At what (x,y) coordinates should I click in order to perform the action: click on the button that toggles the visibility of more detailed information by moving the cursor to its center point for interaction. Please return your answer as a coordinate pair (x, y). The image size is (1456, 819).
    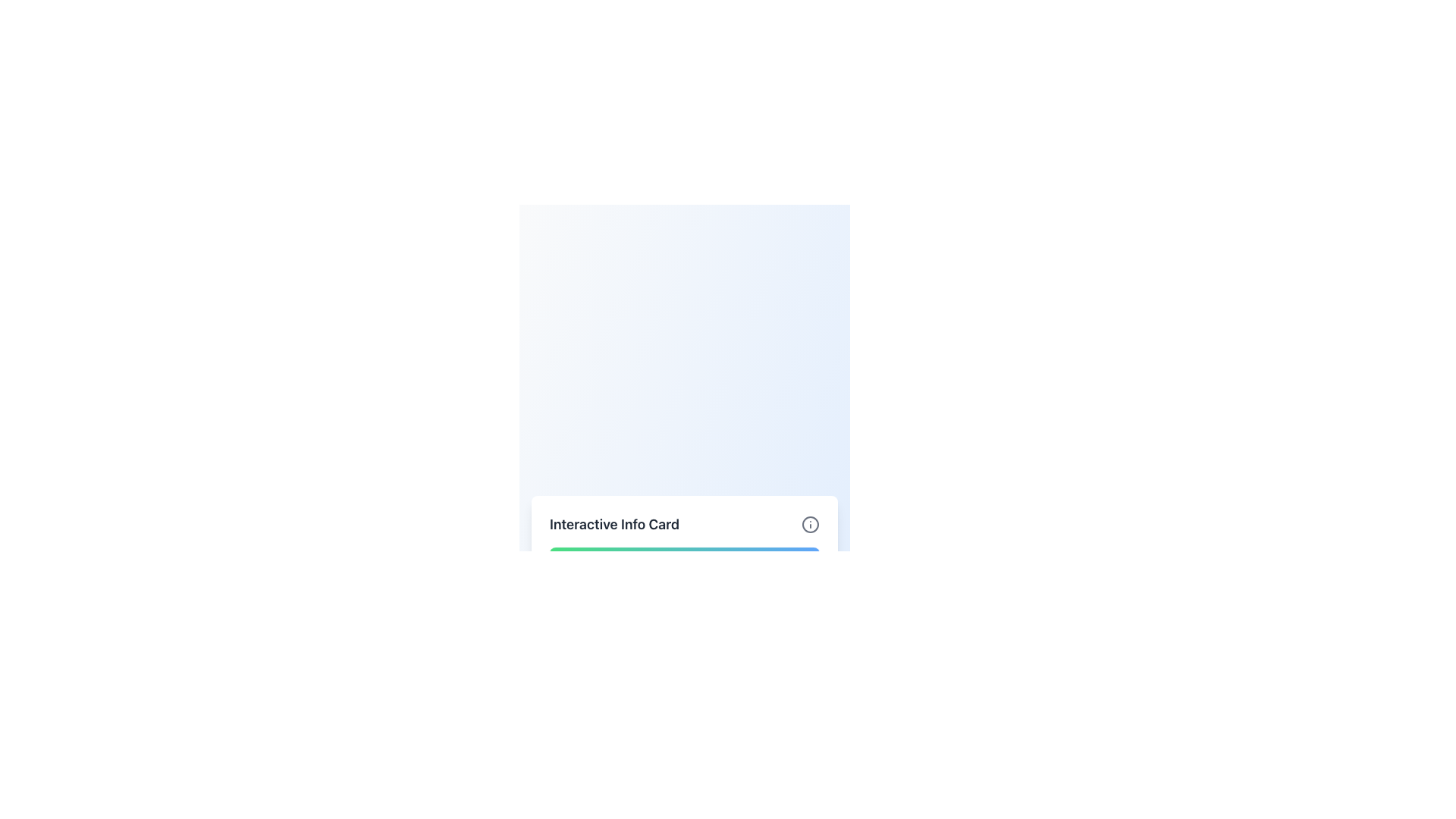
    Looking at the image, I should click on (683, 561).